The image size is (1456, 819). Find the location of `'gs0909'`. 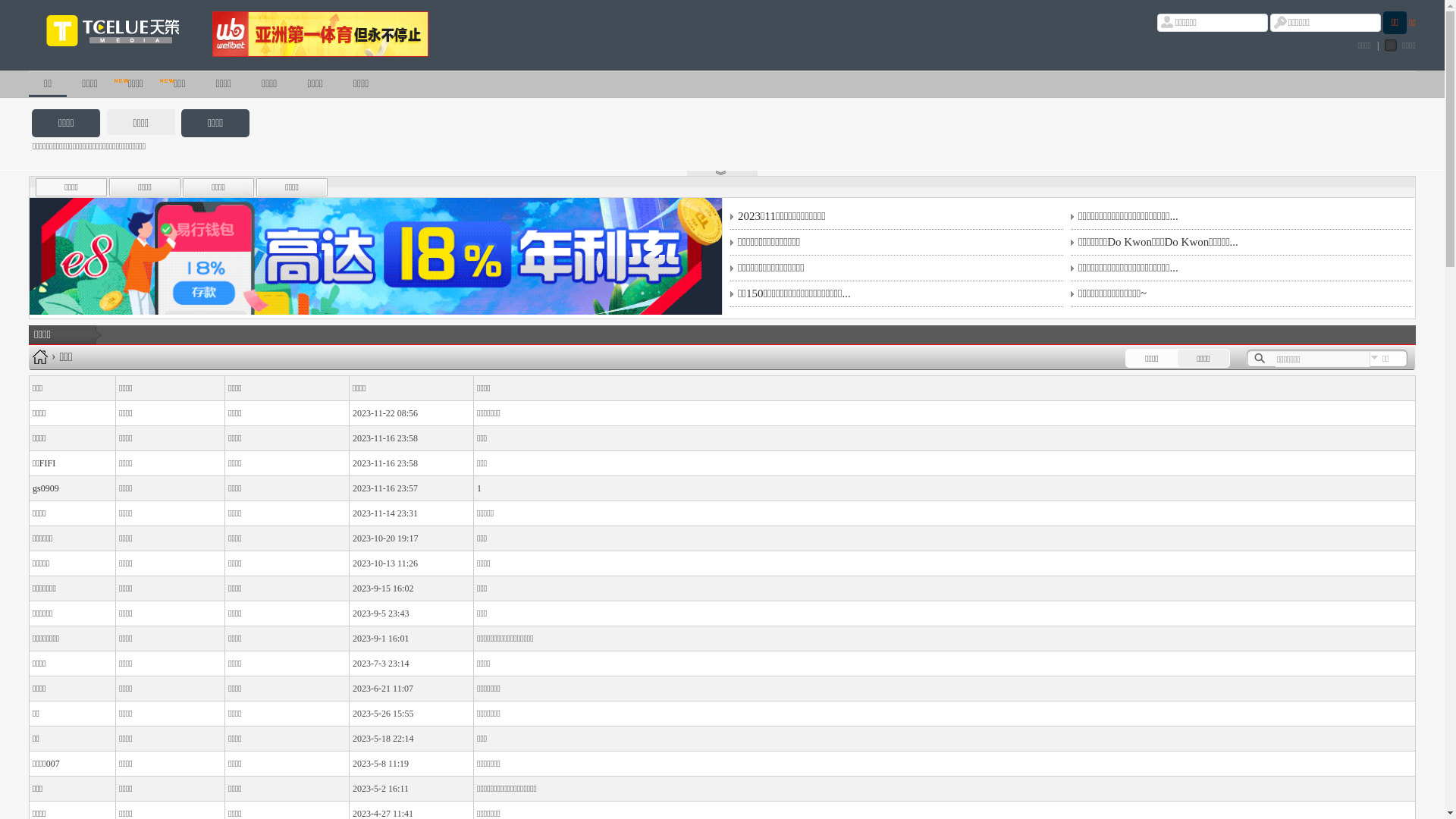

'gs0909' is located at coordinates (45, 488).